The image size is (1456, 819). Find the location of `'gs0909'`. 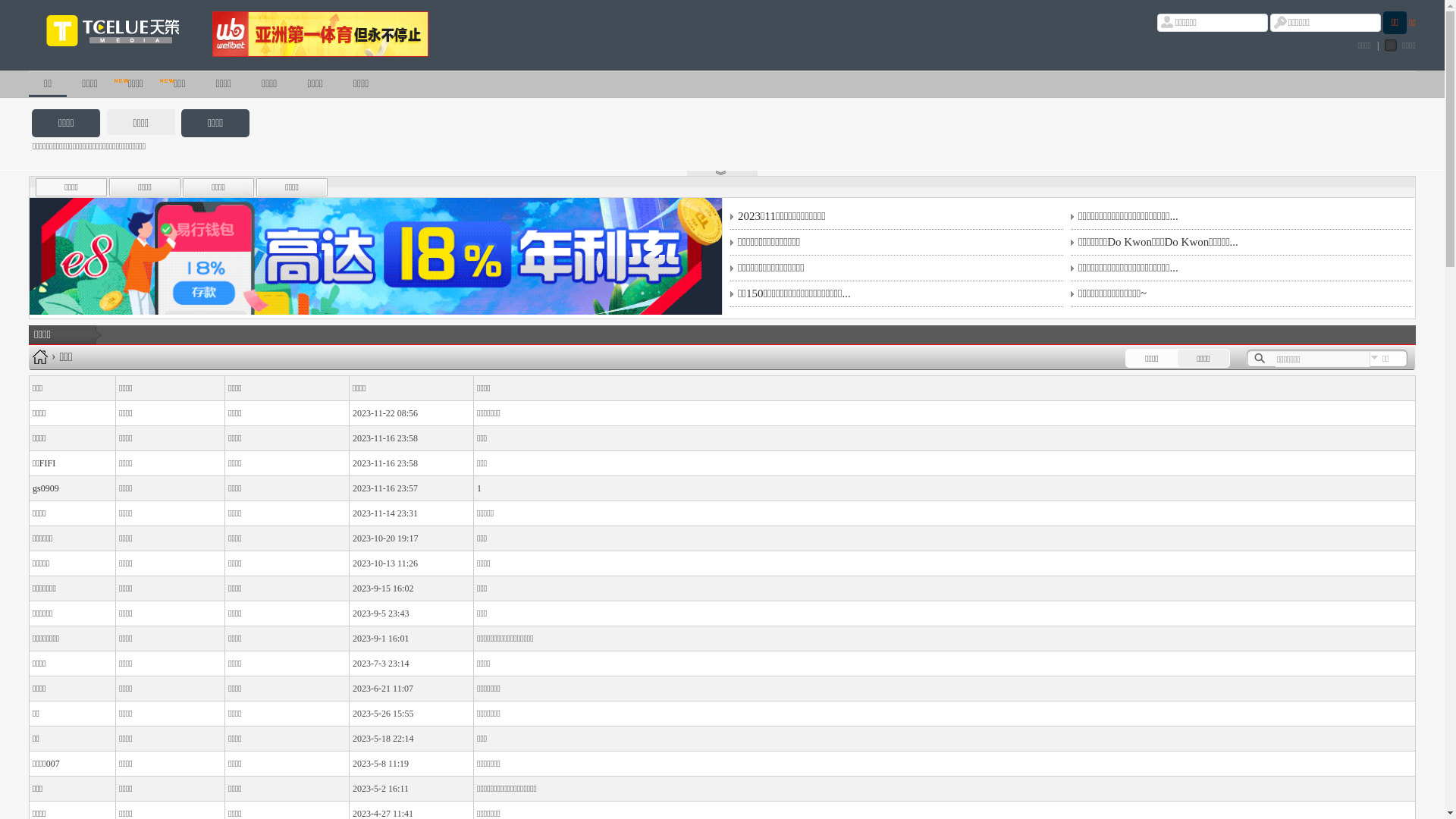

'gs0909' is located at coordinates (45, 488).